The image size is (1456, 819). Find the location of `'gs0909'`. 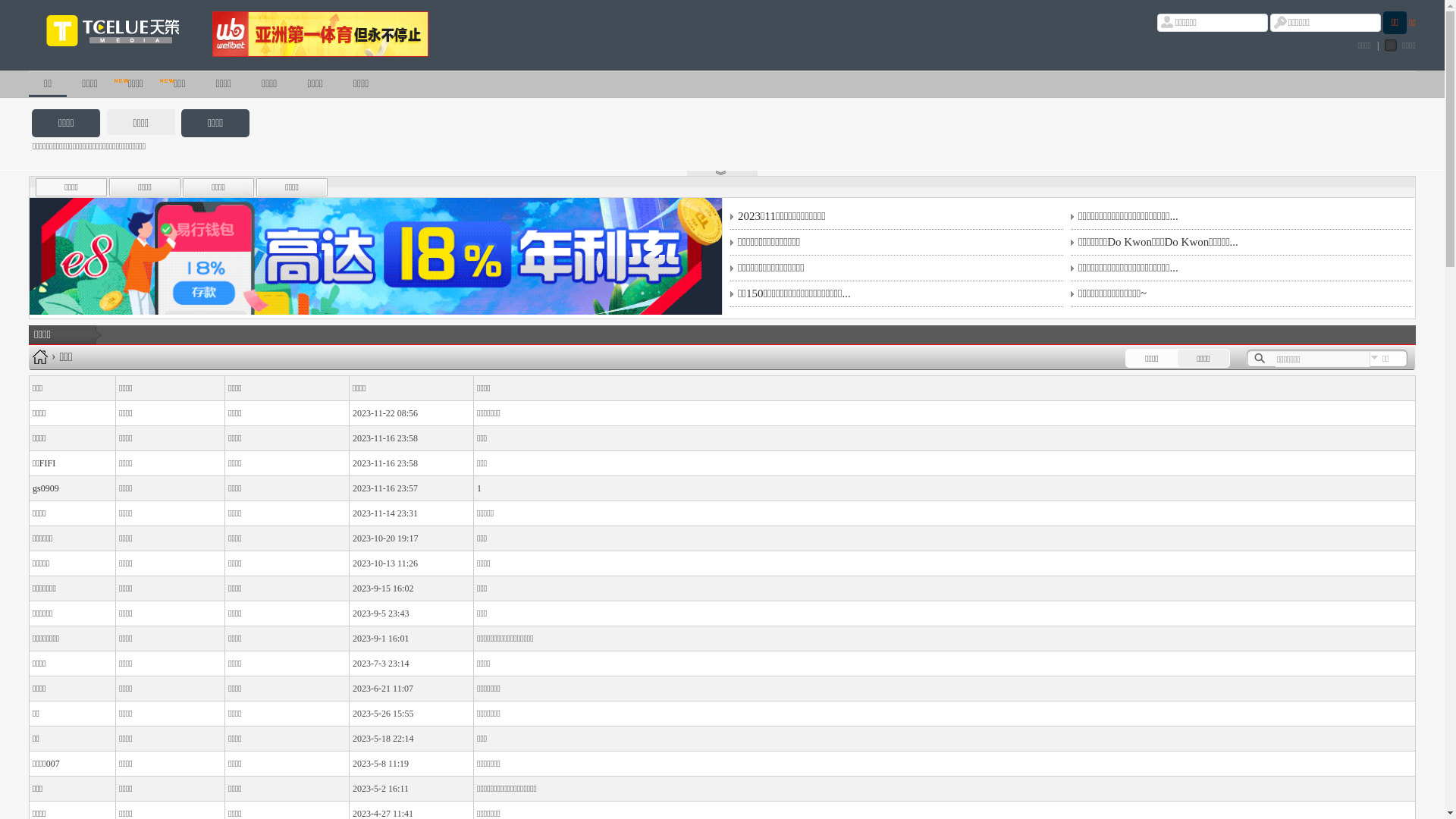

'gs0909' is located at coordinates (45, 488).